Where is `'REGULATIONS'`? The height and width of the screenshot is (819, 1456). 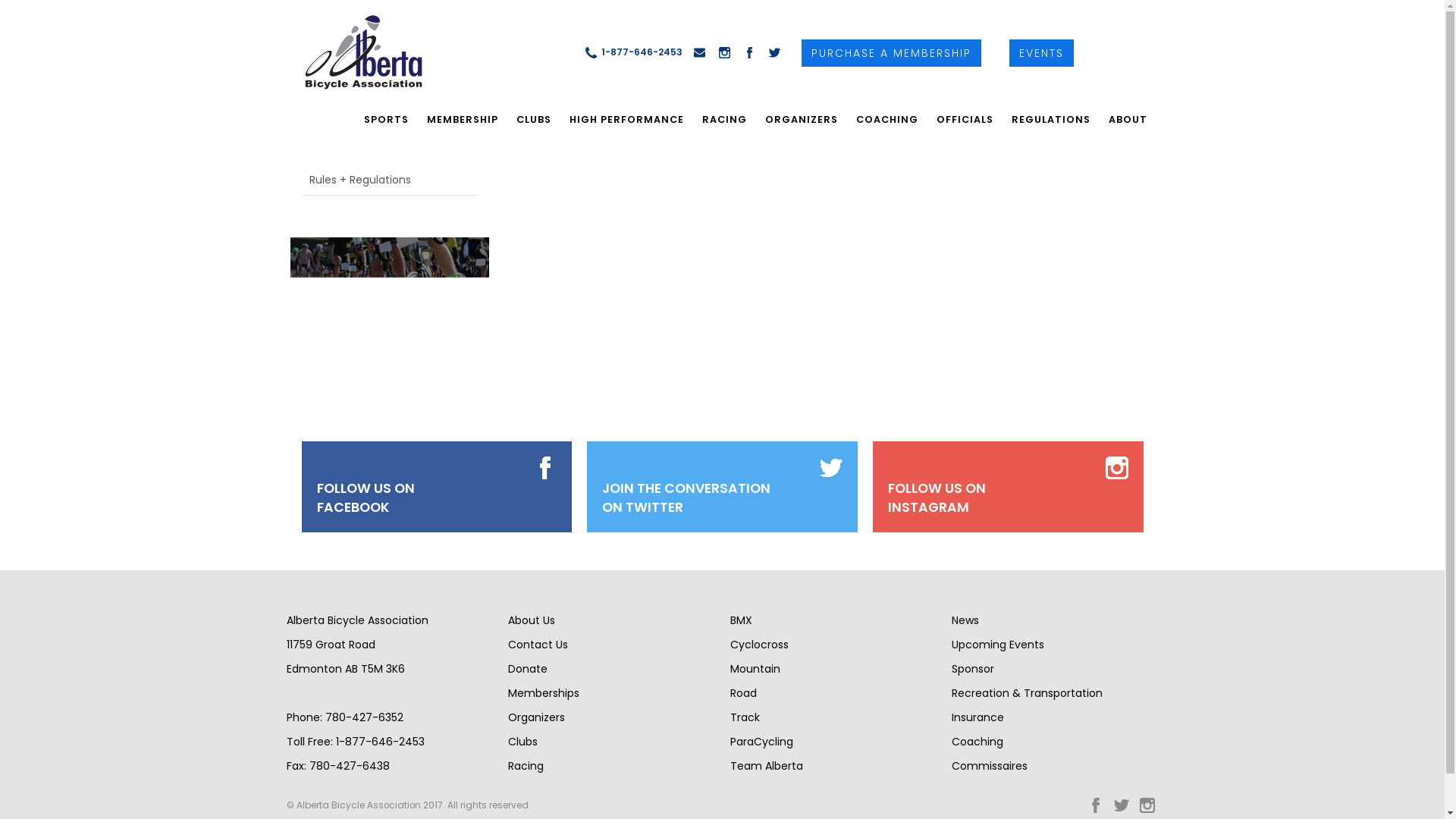 'REGULATIONS' is located at coordinates (1050, 119).